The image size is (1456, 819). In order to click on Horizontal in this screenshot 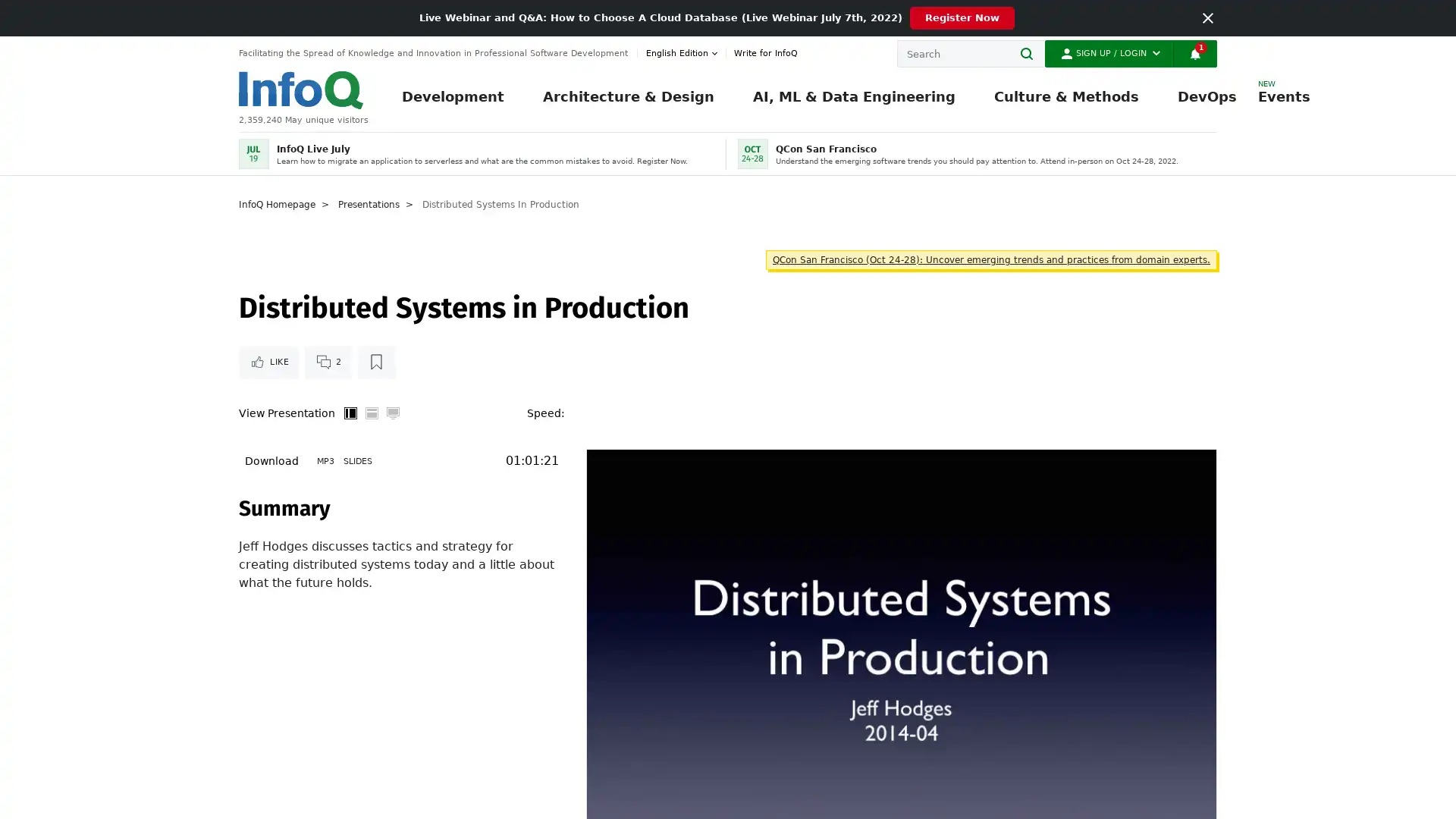, I will do `click(371, 422)`.